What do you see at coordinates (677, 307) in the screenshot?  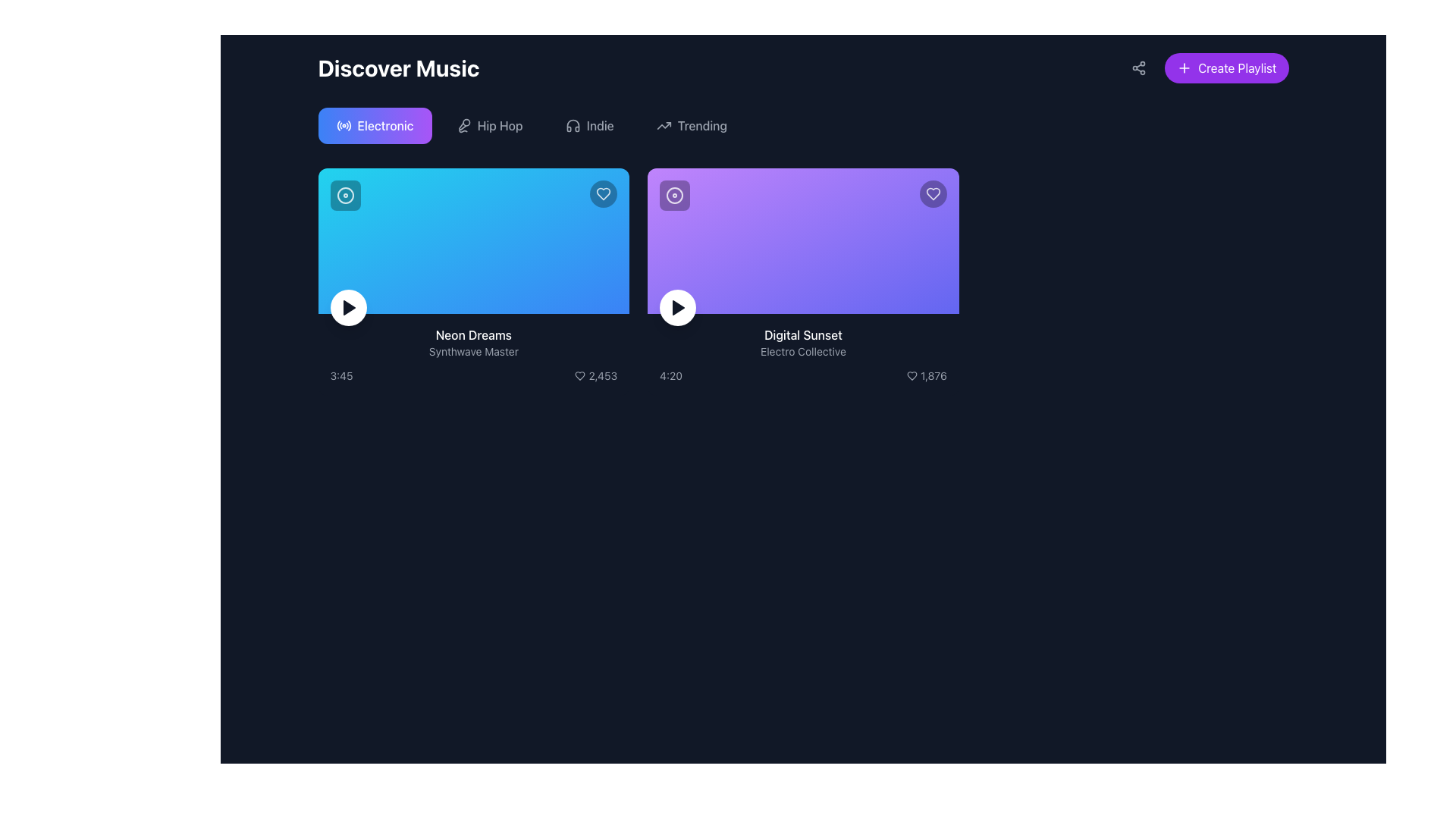 I see `the triangular play icon located centrally within the circular white button at the lower-left corner of the purple card titled 'Digital Sunset'` at bounding box center [677, 307].